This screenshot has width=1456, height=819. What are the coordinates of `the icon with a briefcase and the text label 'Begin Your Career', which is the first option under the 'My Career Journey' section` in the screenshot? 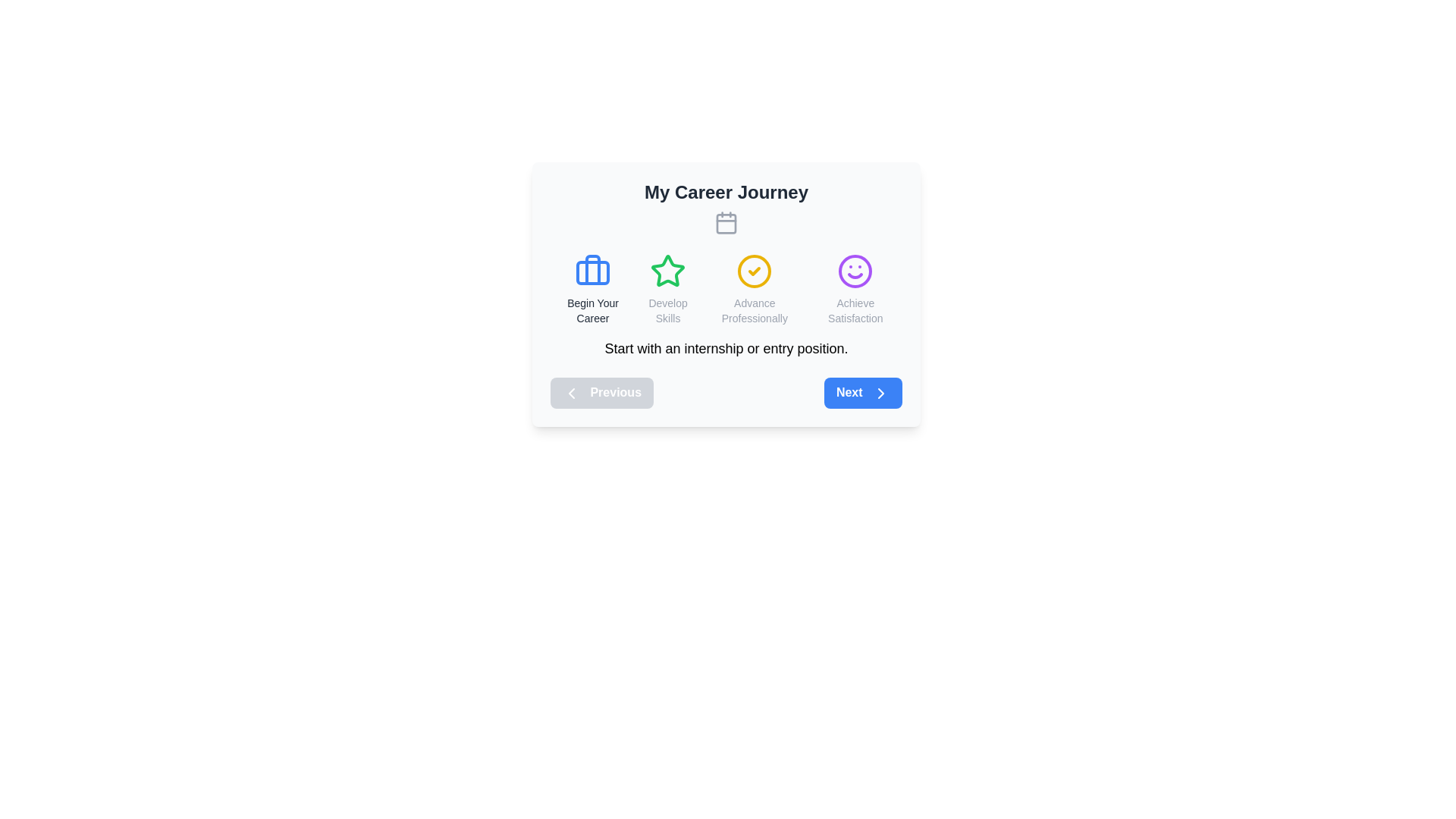 It's located at (592, 289).